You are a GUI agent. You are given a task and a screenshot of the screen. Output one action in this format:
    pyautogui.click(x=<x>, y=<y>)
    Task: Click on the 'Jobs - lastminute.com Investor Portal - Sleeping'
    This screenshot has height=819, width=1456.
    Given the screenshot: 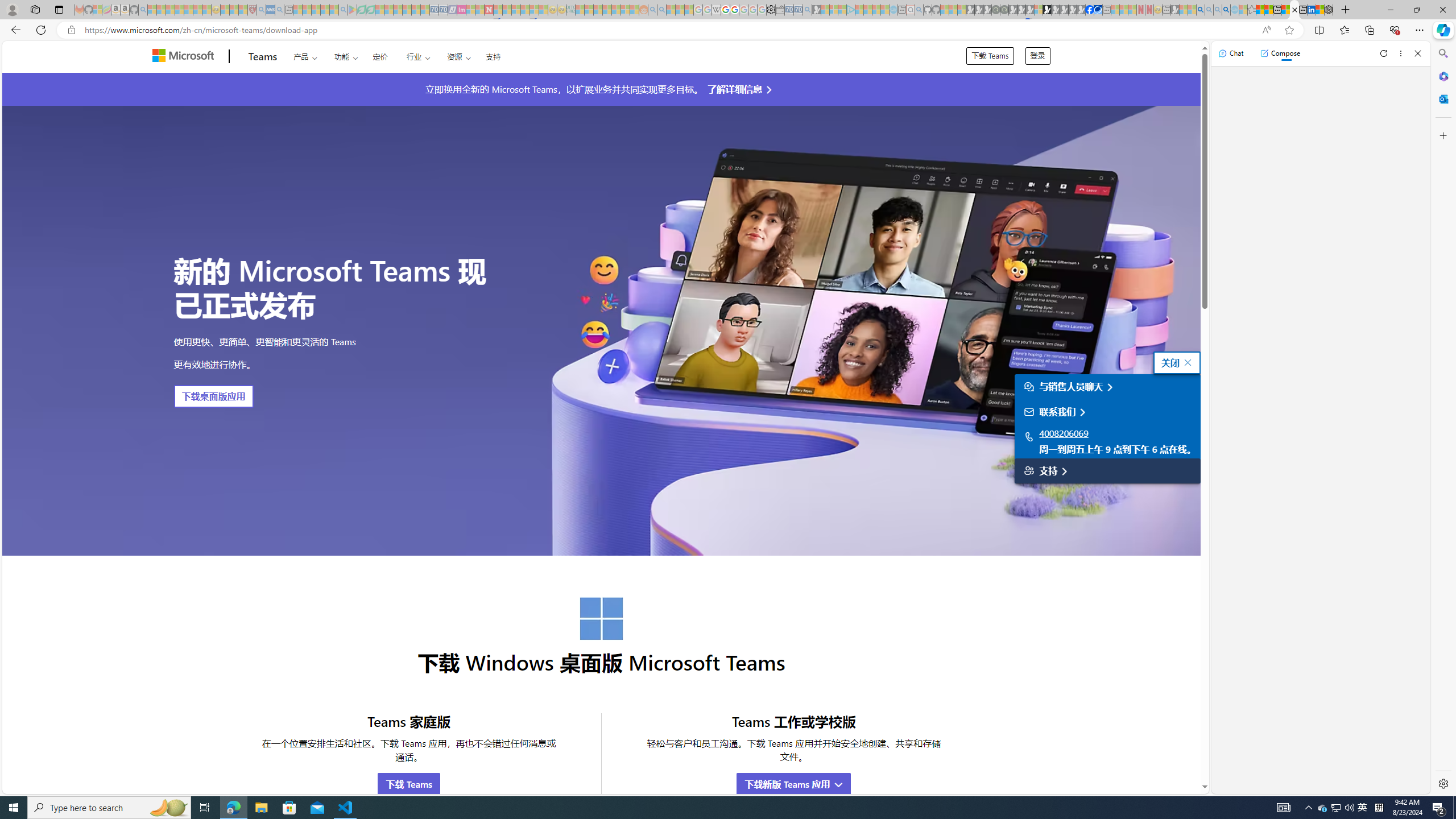 What is the action you would take?
    pyautogui.click(x=461, y=9)
    